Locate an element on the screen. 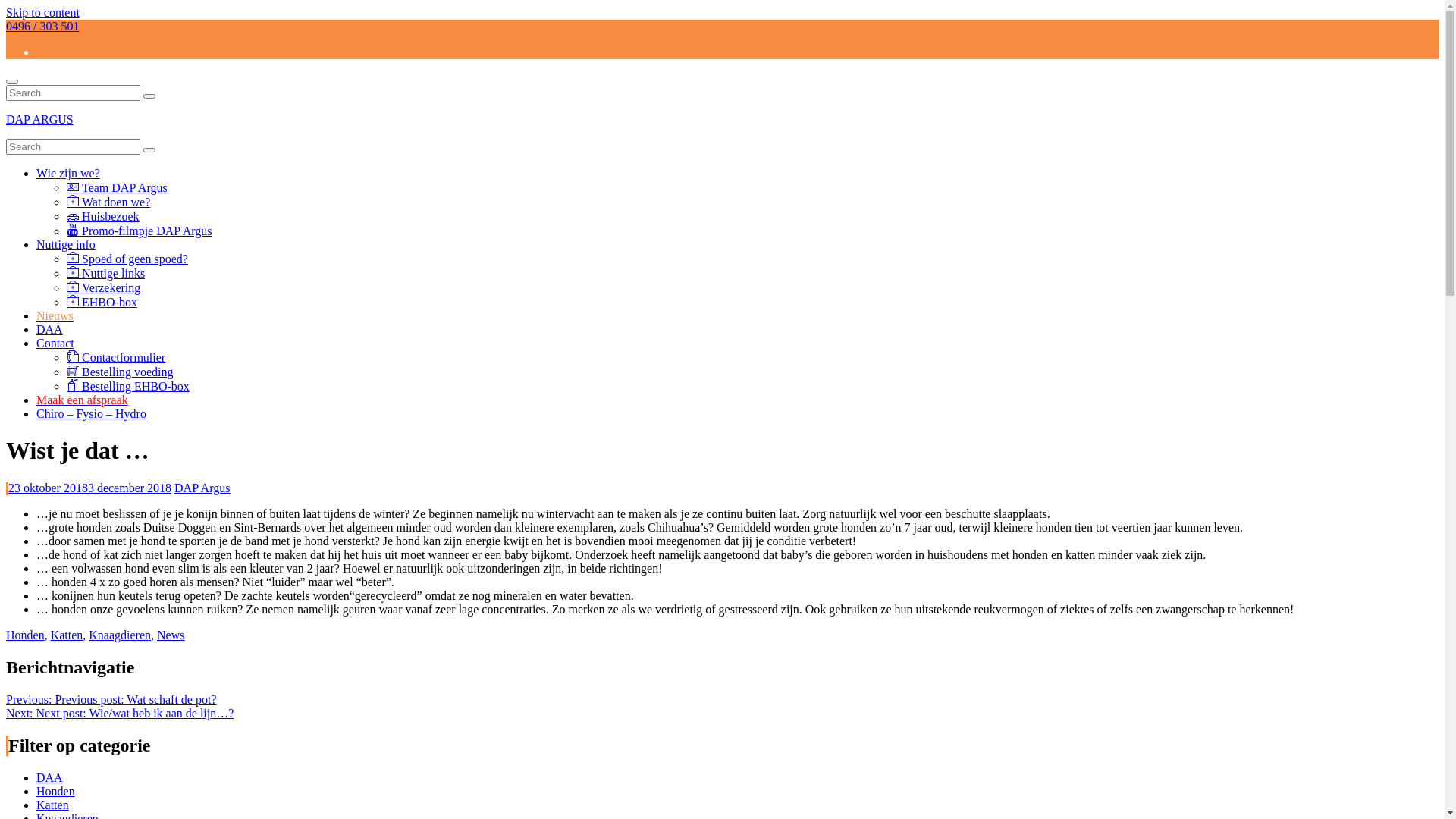 This screenshot has height=819, width=1456. 'Nieuws' is located at coordinates (55, 315).